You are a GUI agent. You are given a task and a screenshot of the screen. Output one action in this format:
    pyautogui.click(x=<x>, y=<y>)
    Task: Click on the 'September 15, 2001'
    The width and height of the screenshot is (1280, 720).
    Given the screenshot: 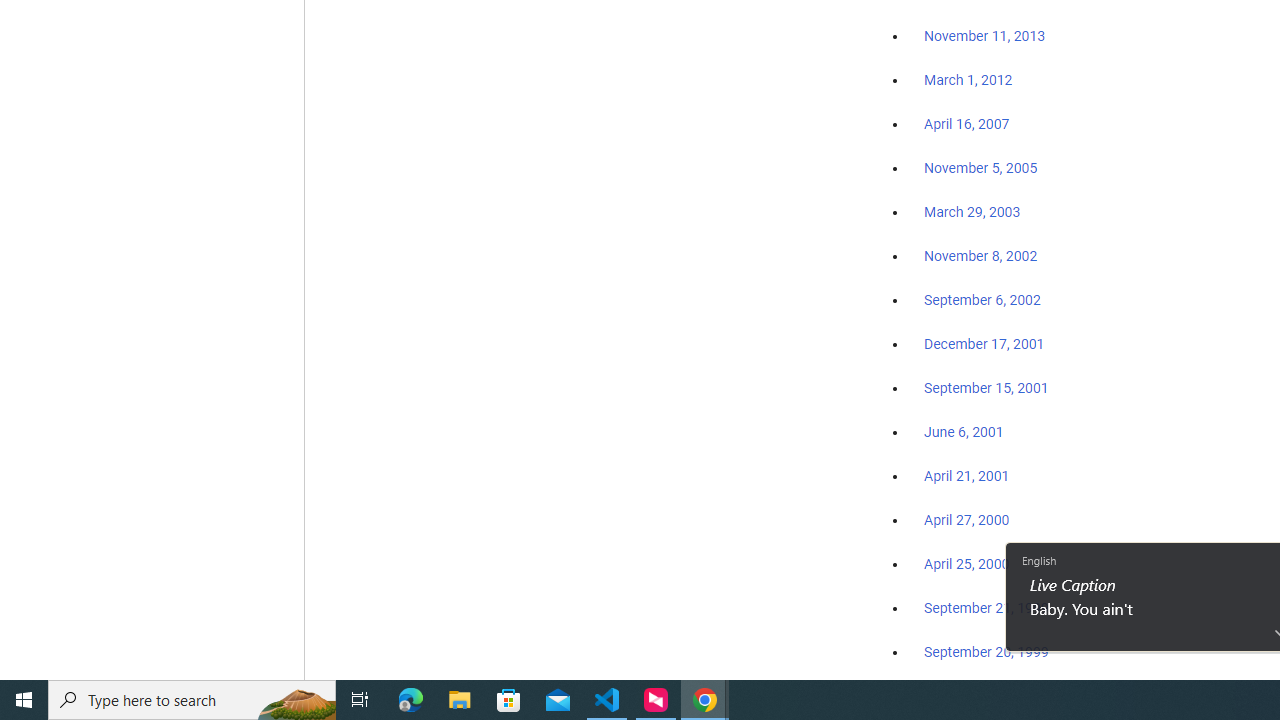 What is the action you would take?
    pyautogui.click(x=986, y=387)
    